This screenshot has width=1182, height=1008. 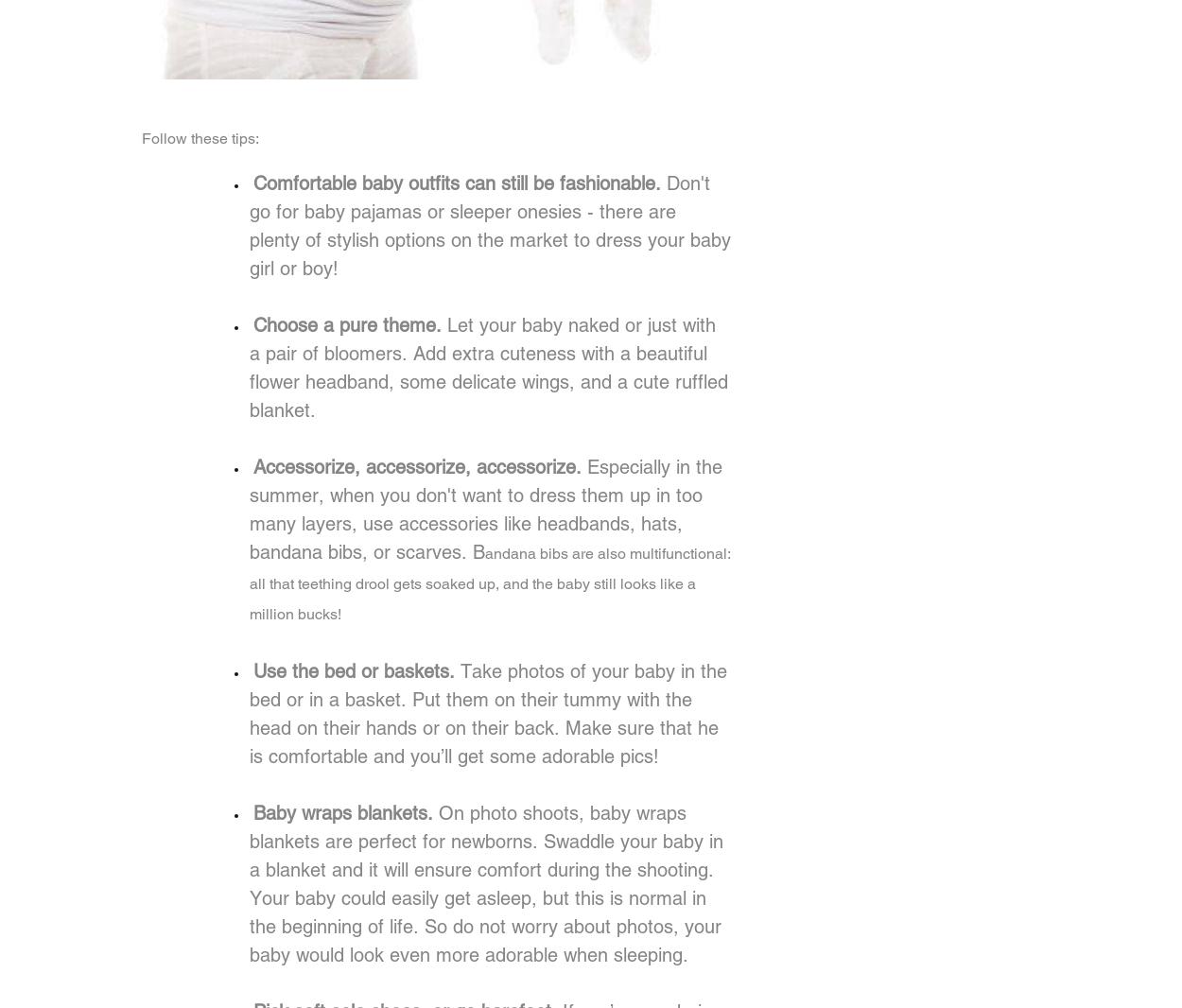 I want to click on 'On photo shoots, baby wraps blankets are perfect for newborns. Swaddle your baby in a blanket and it will ensure comfort during the shooting. Your baby could easily get asleep, but this is normal in the beginning of life. So do not worry about photos, your baby would look even more adorable when sleeping.', so click(x=250, y=883).